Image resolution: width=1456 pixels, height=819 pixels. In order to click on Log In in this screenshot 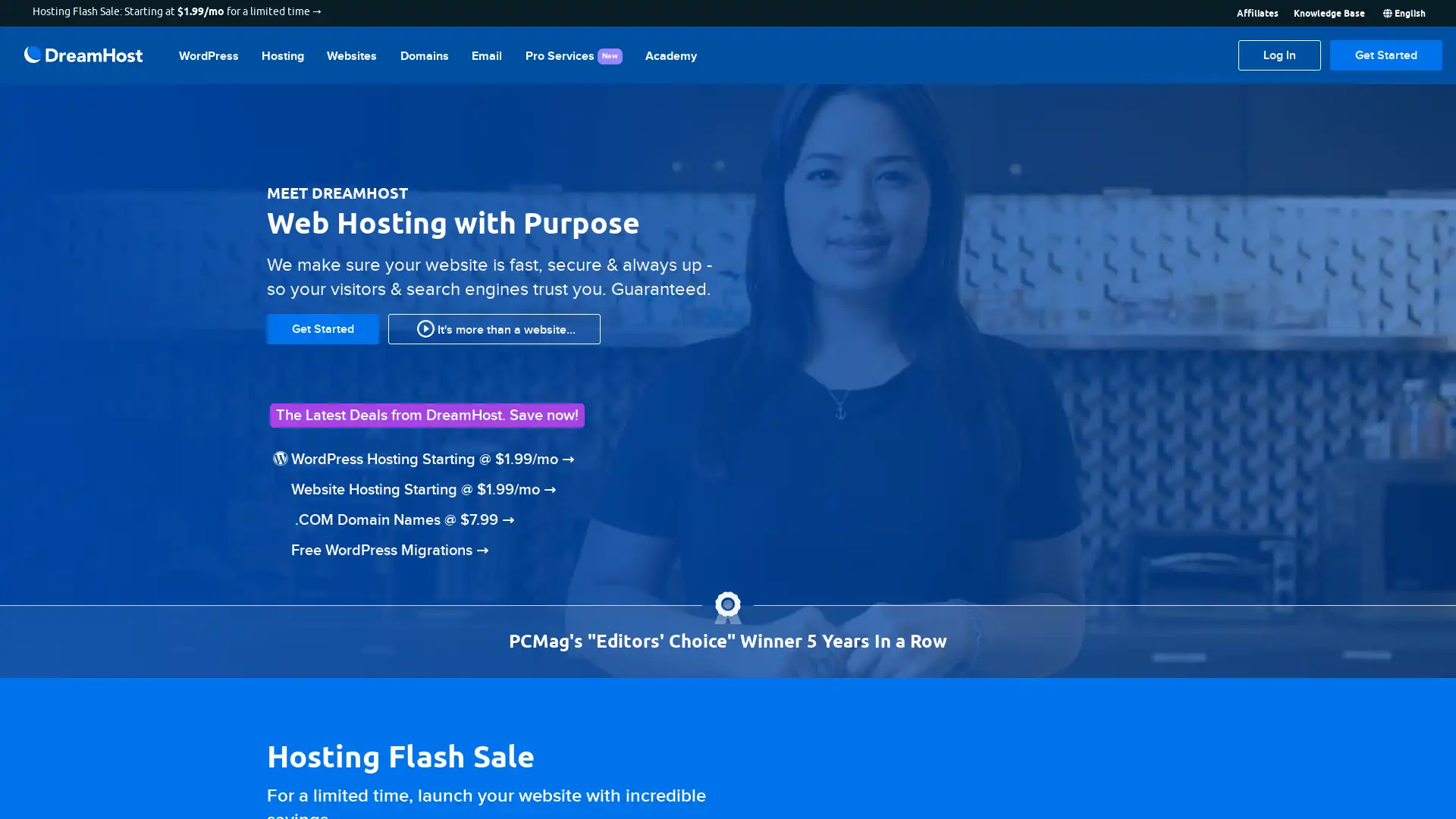, I will do `click(1279, 55)`.